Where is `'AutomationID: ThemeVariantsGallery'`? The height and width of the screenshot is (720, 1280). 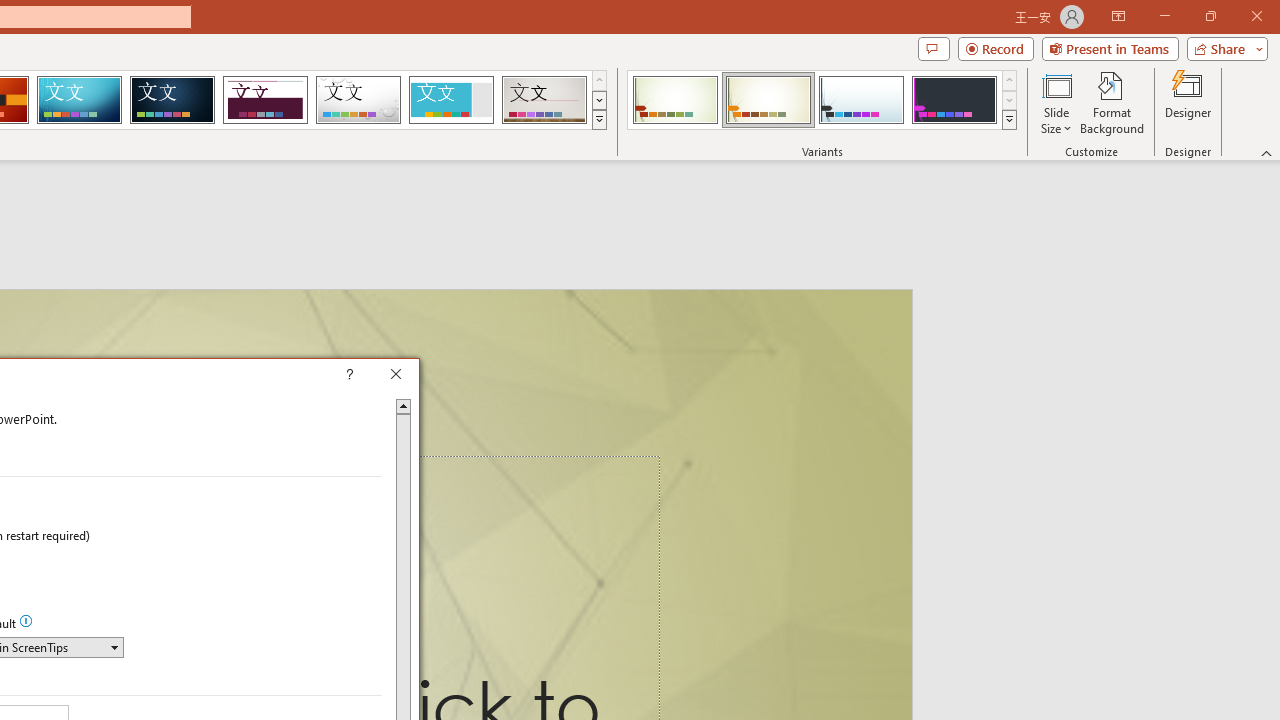
'AutomationID: ThemeVariantsGallery' is located at coordinates (823, 100).